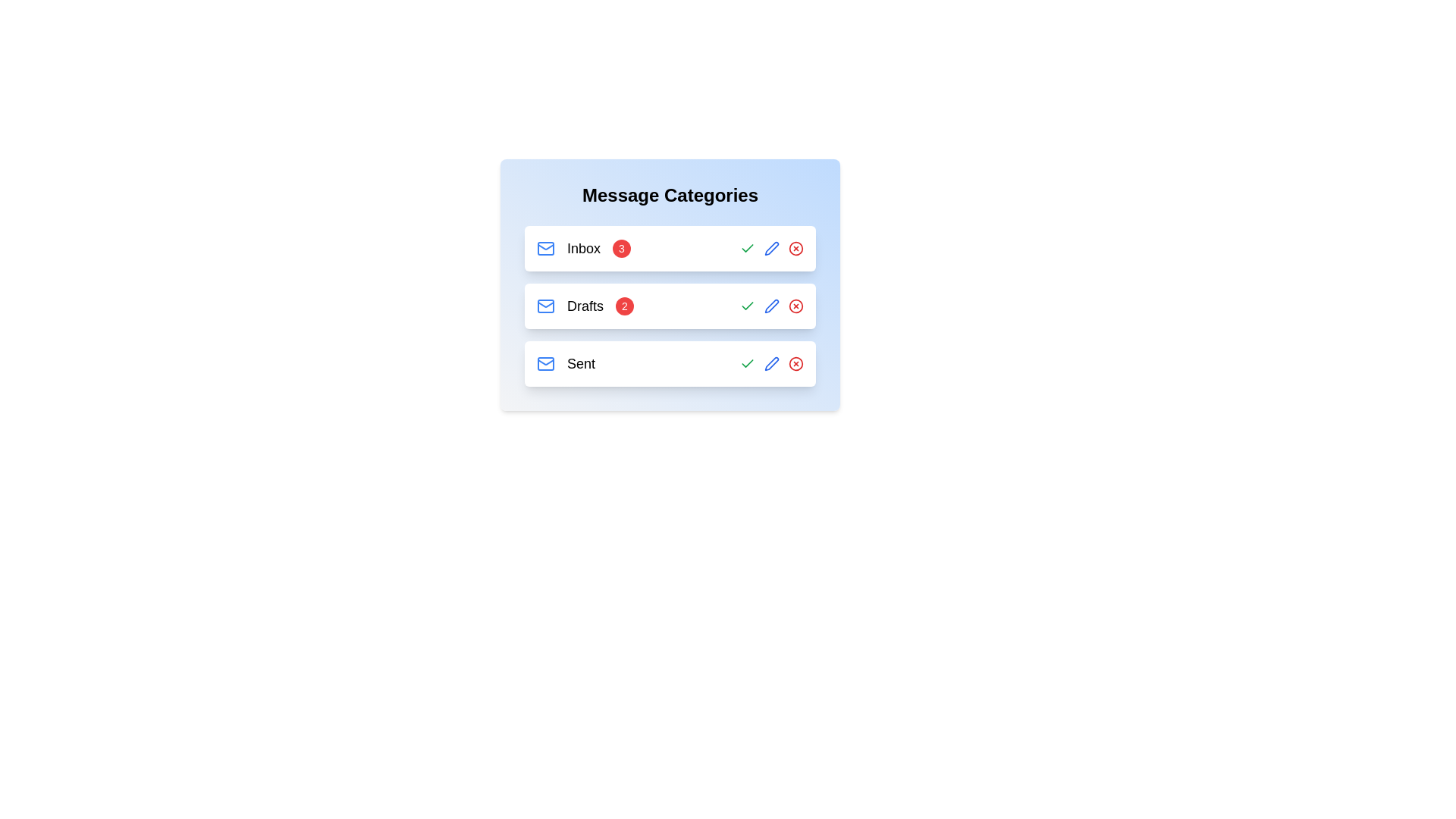 The width and height of the screenshot is (1456, 819). I want to click on delete button for the category Sent, so click(795, 363).